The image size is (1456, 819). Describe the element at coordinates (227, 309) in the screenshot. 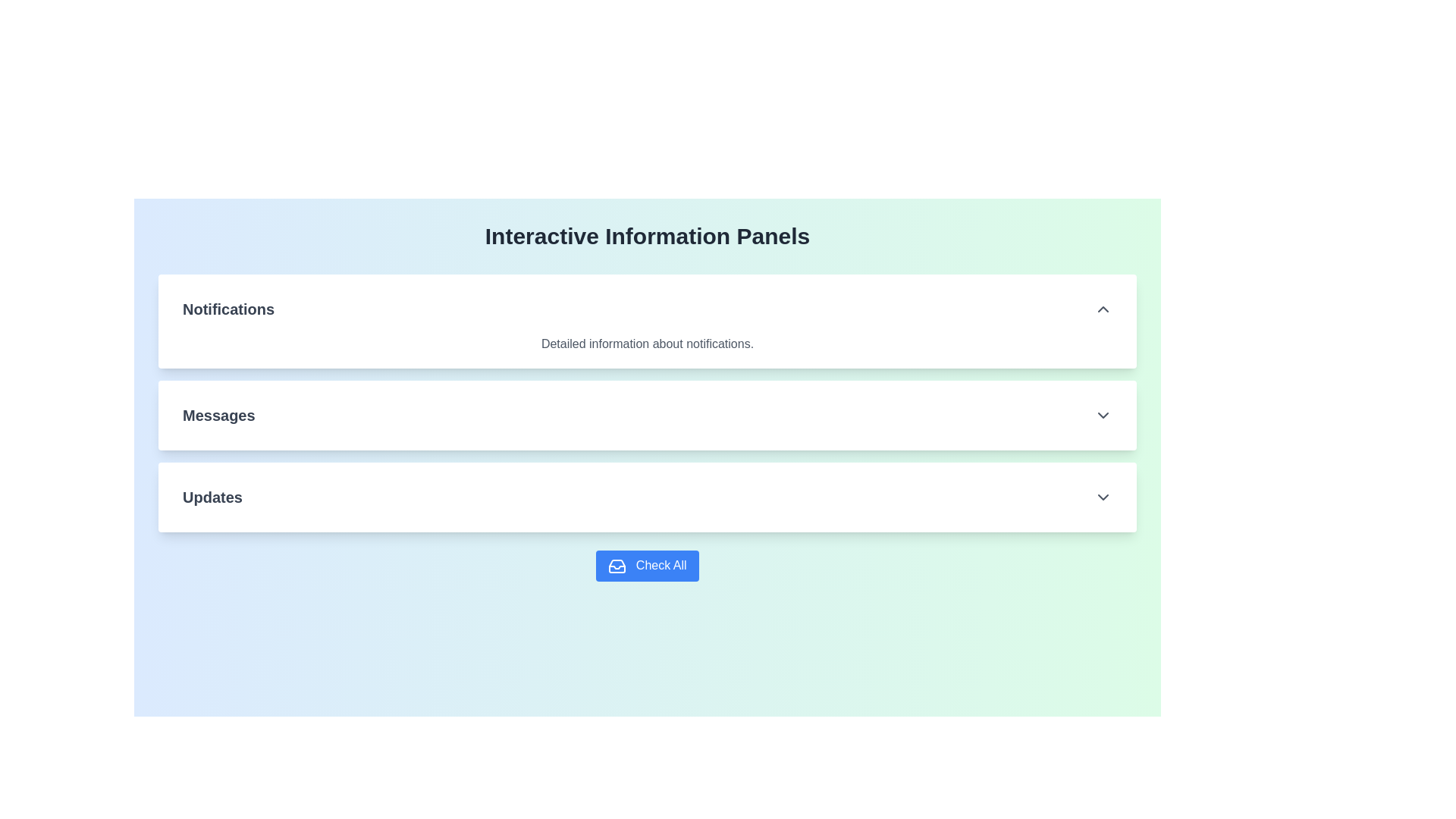

I see `the 'Notifications' text label, which is styled in extra-large bold dark gray font and located under the header 'Interactive Information Panels'` at that location.